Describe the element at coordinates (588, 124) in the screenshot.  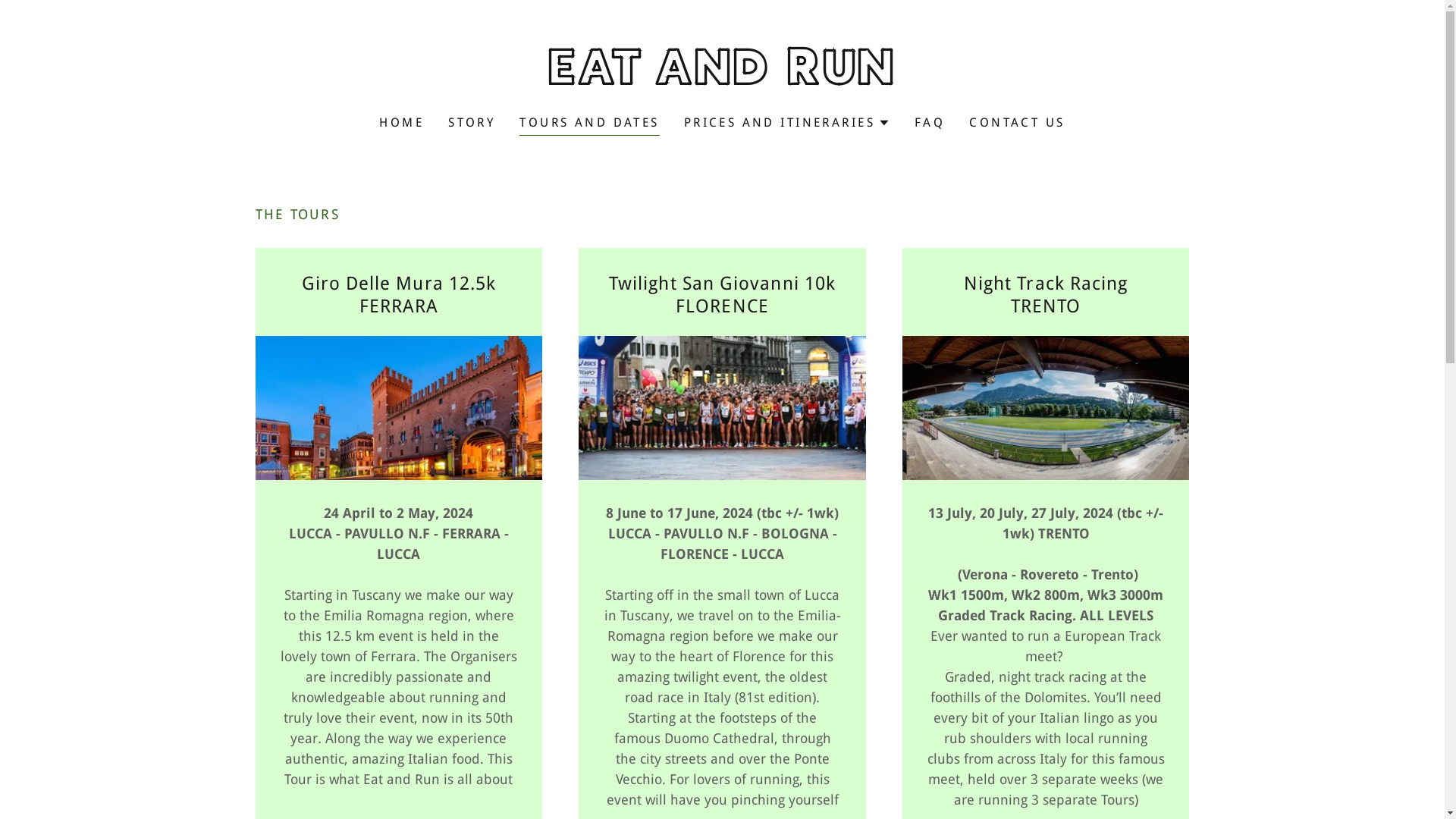
I see `'TOURS AND DATES'` at that location.